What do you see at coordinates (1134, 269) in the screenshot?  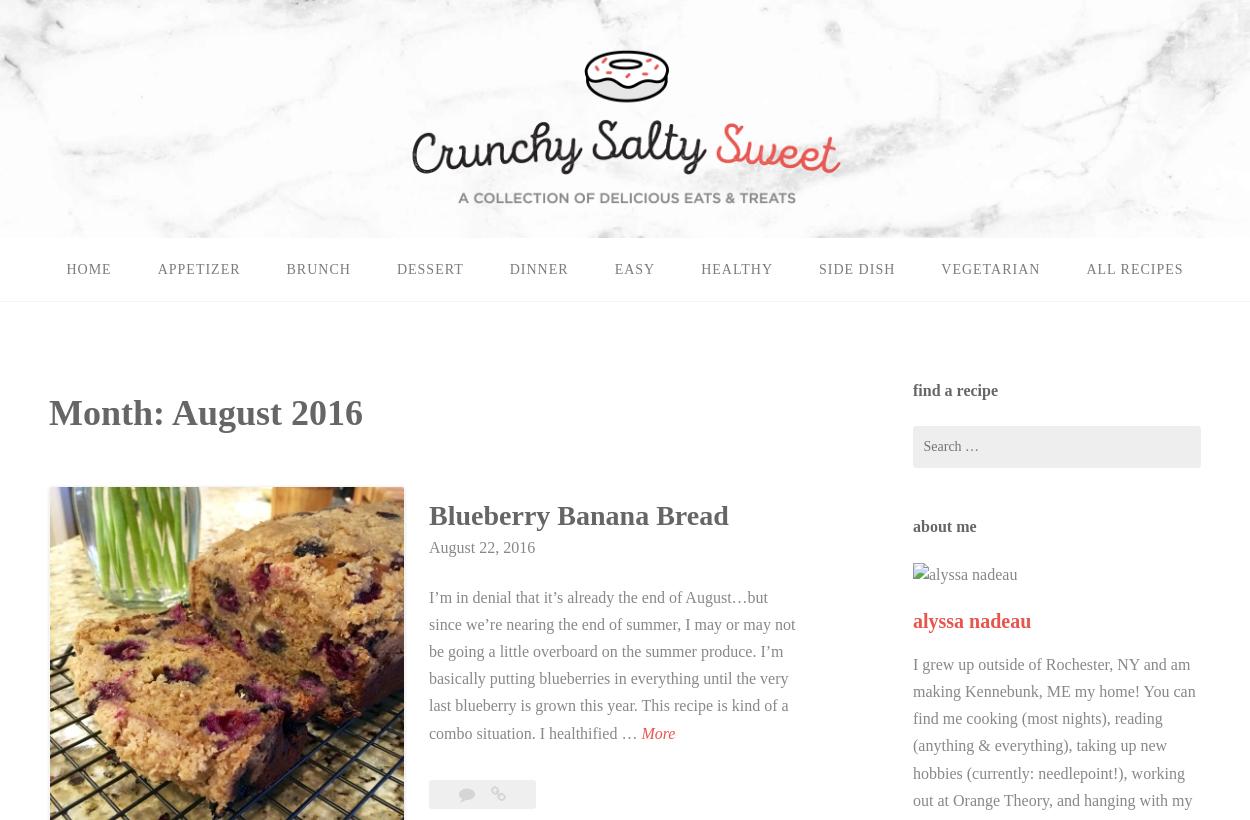 I see `'all recipes'` at bounding box center [1134, 269].